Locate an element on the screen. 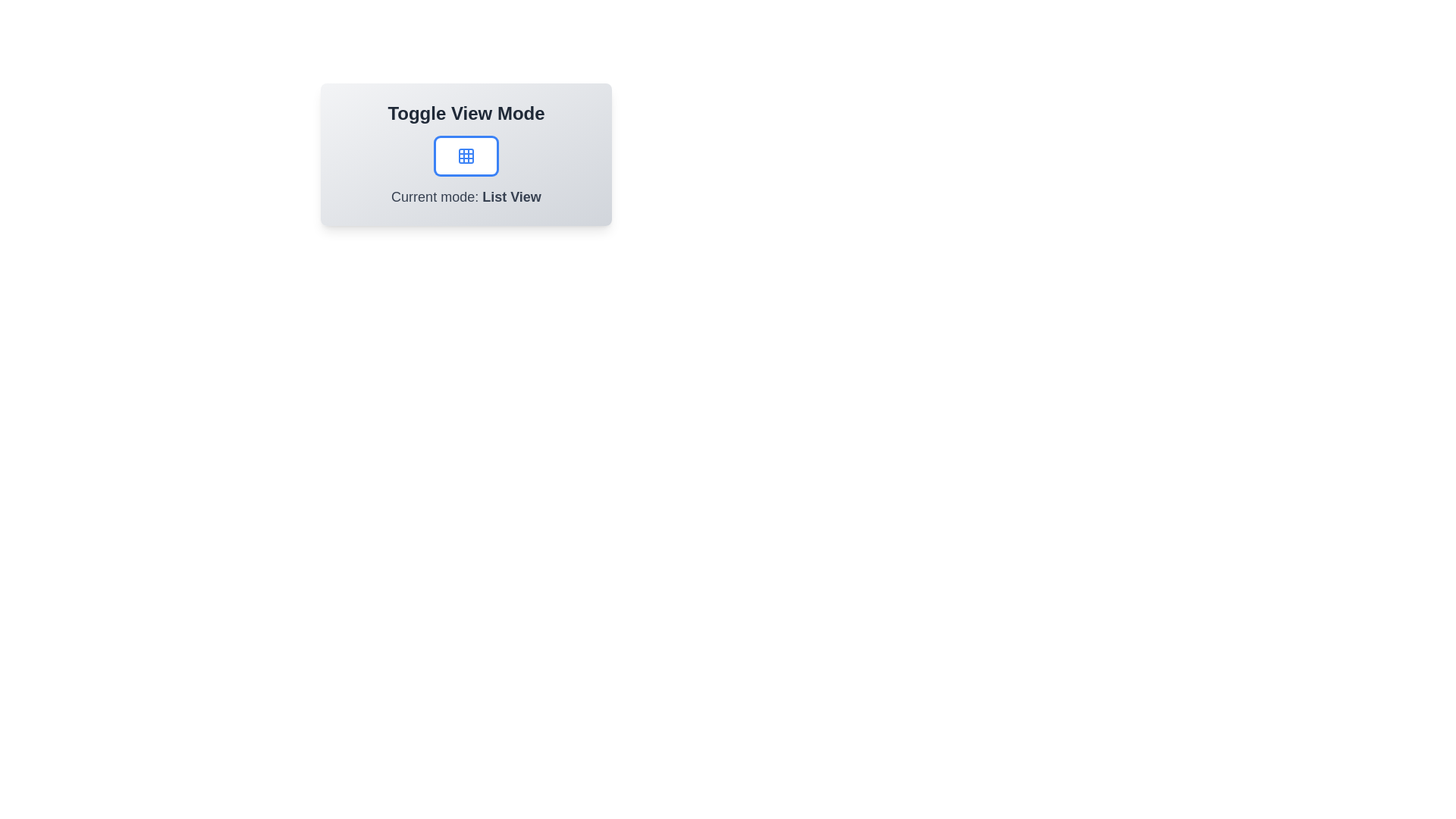 This screenshot has height=819, width=1456. the text of the element displaying the current view mode is located at coordinates (465, 196).